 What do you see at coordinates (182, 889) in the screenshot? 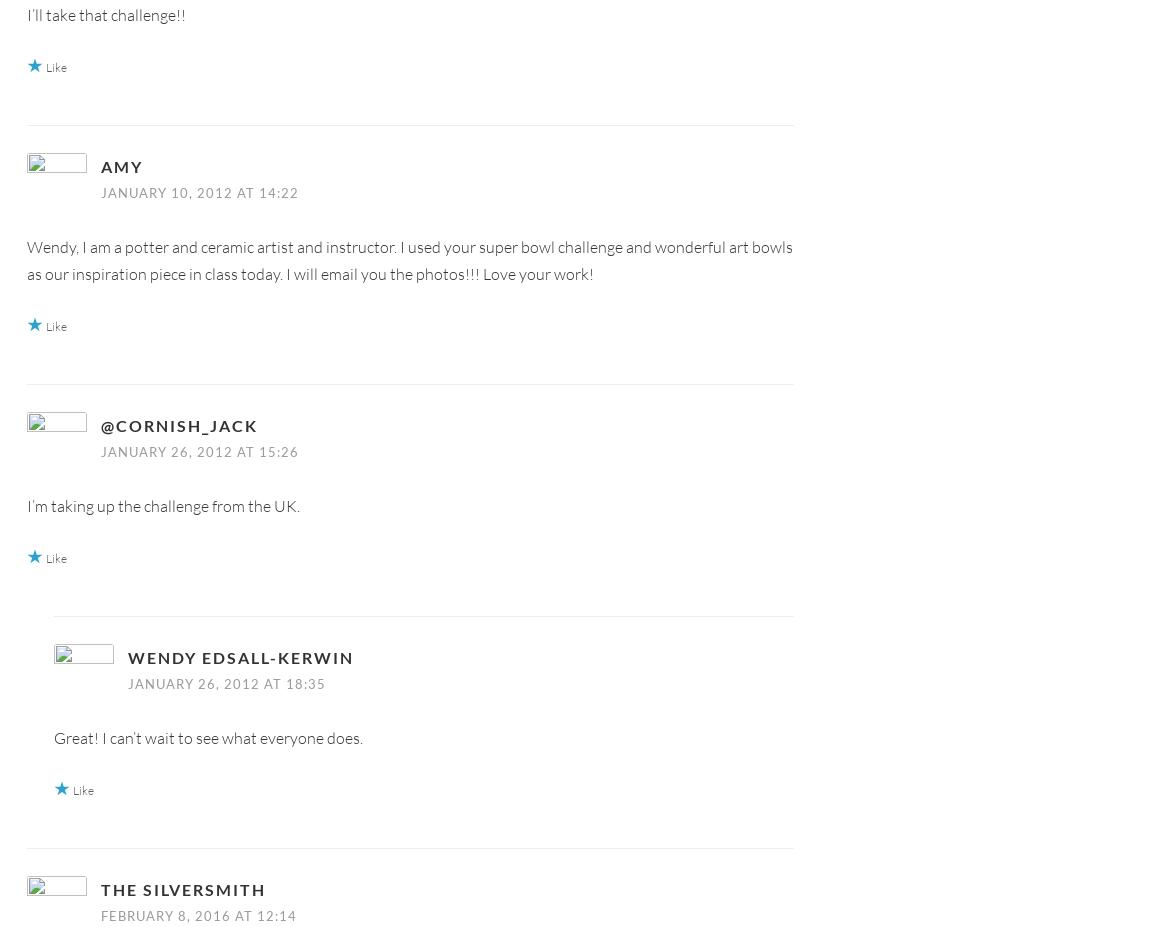
I see `'The Silversmith'` at bounding box center [182, 889].